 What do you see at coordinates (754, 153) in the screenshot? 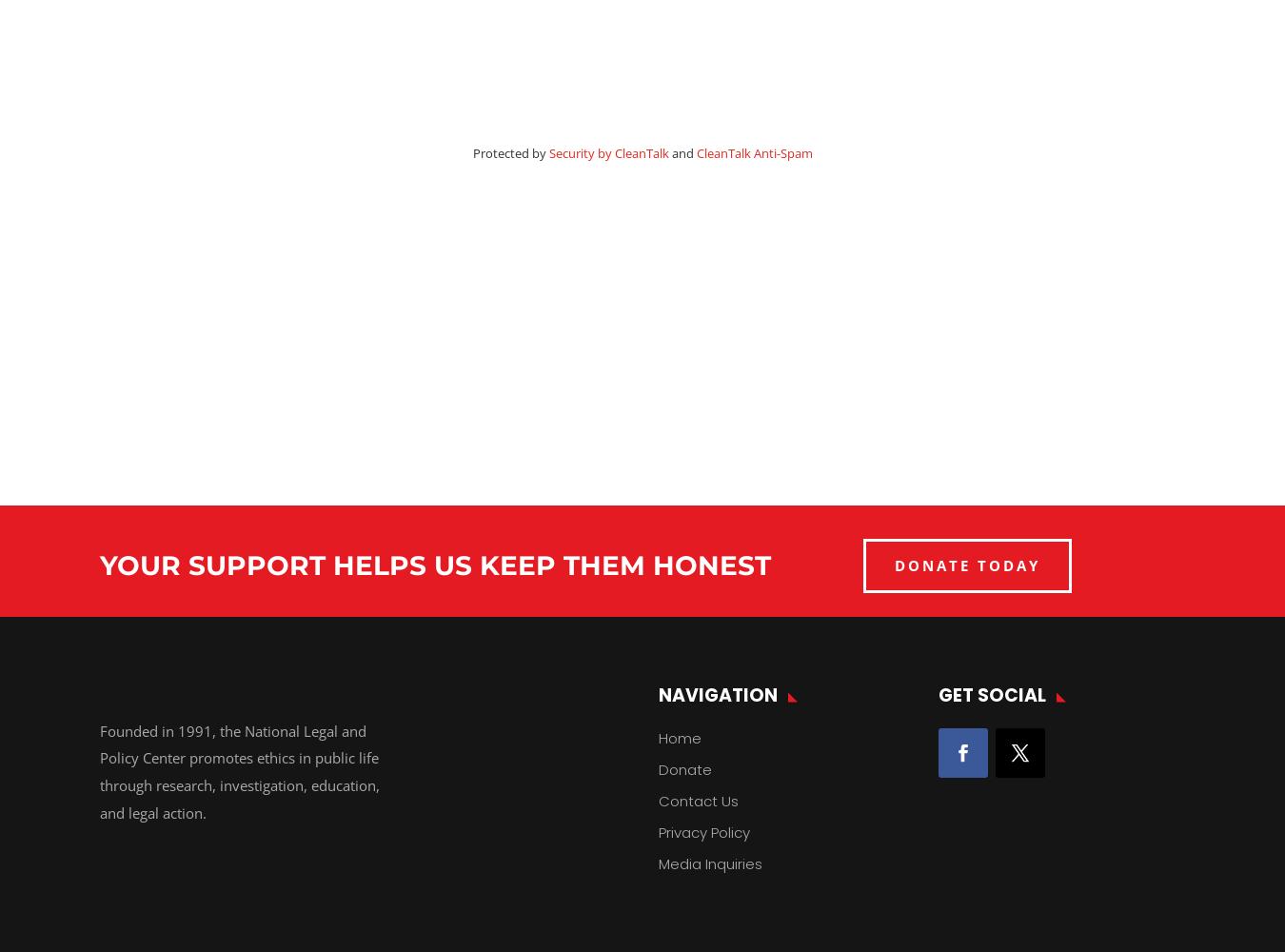
I see `'CleanTalk Anti-Spam'` at bounding box center [754, 153].